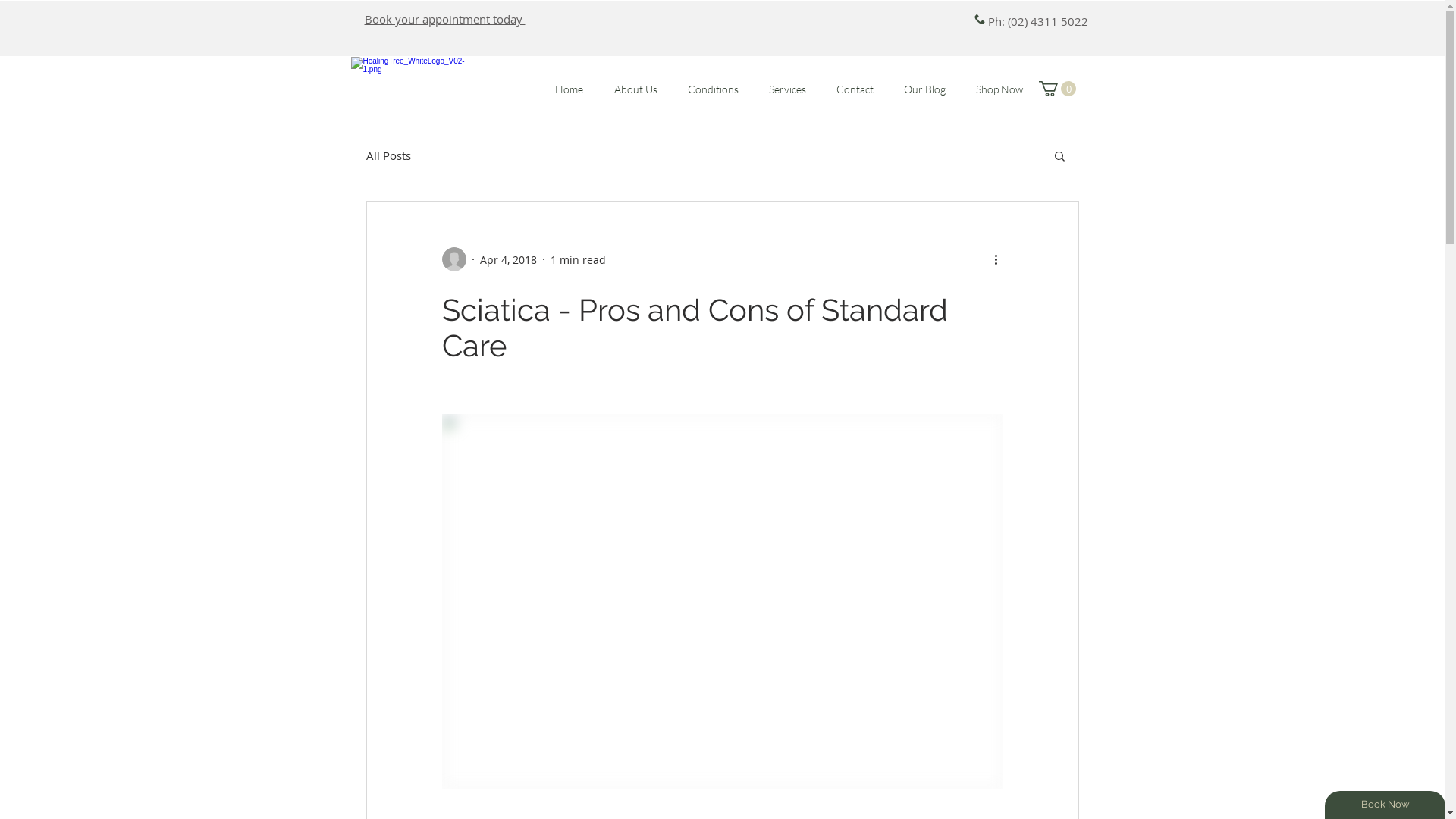 The image size is (1456, 819). I want to click on 'Home', so click(568, 89).